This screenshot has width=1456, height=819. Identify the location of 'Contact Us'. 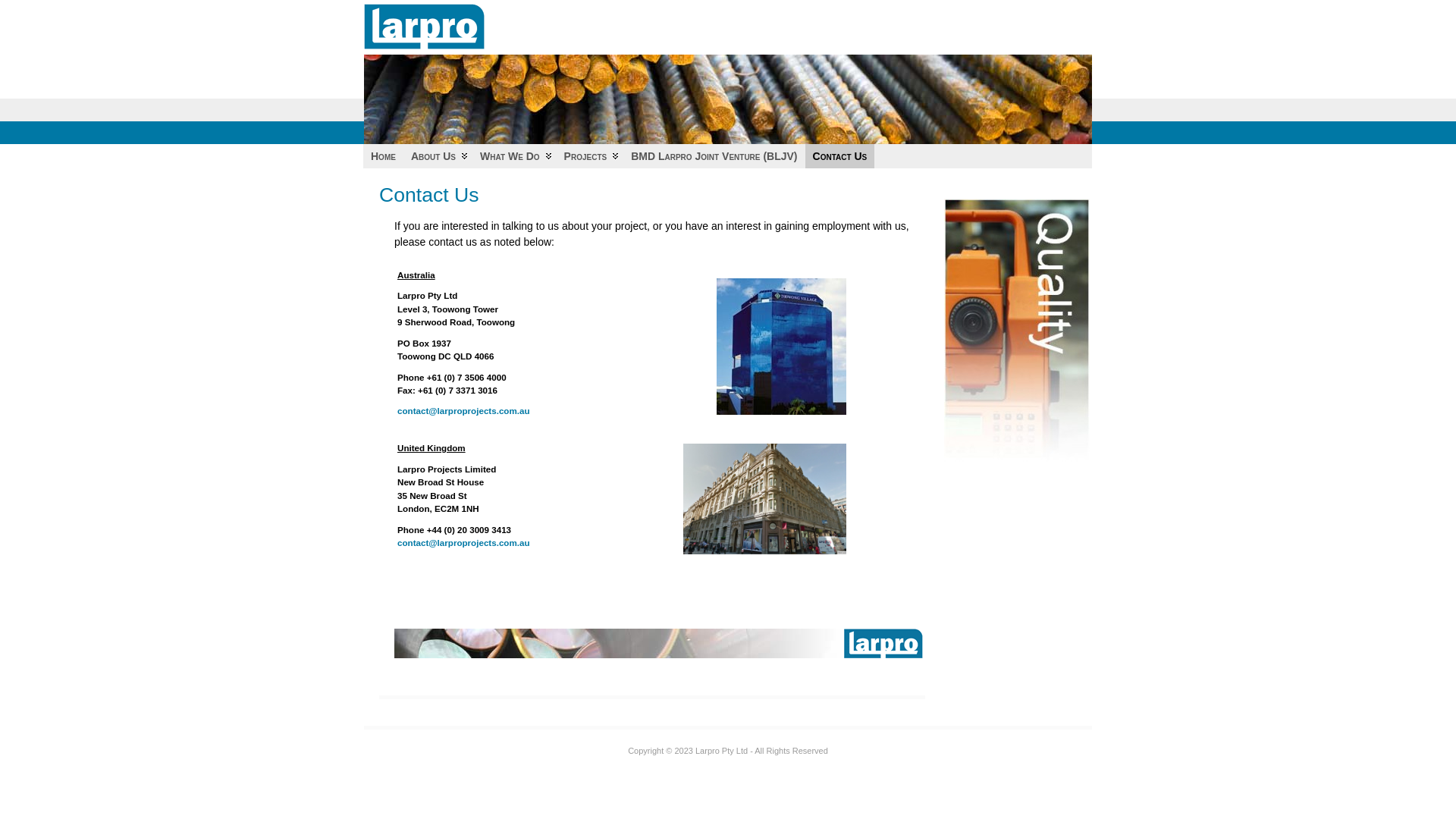
(839, 155).